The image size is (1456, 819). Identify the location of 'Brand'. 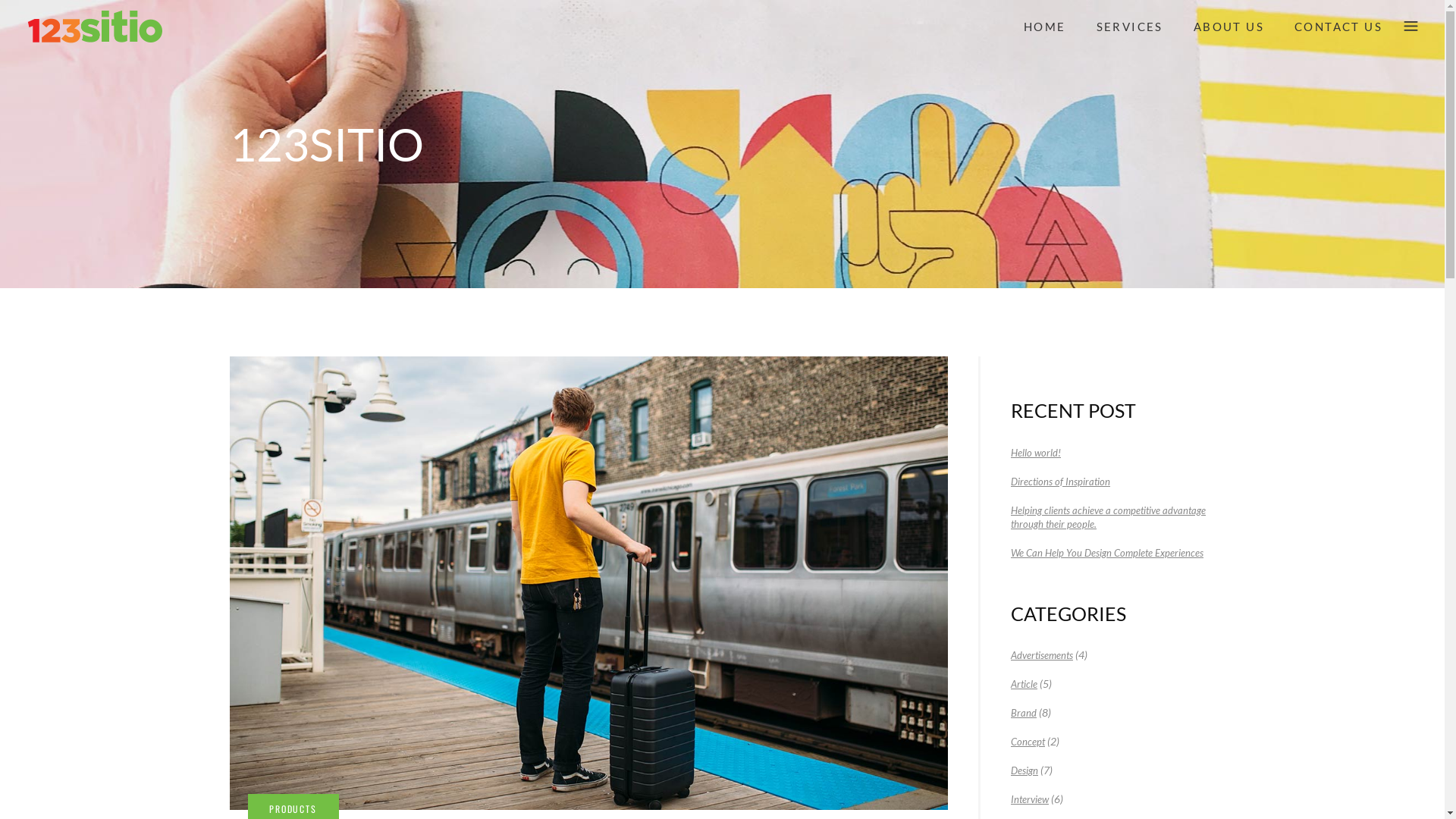
(1023, 713).